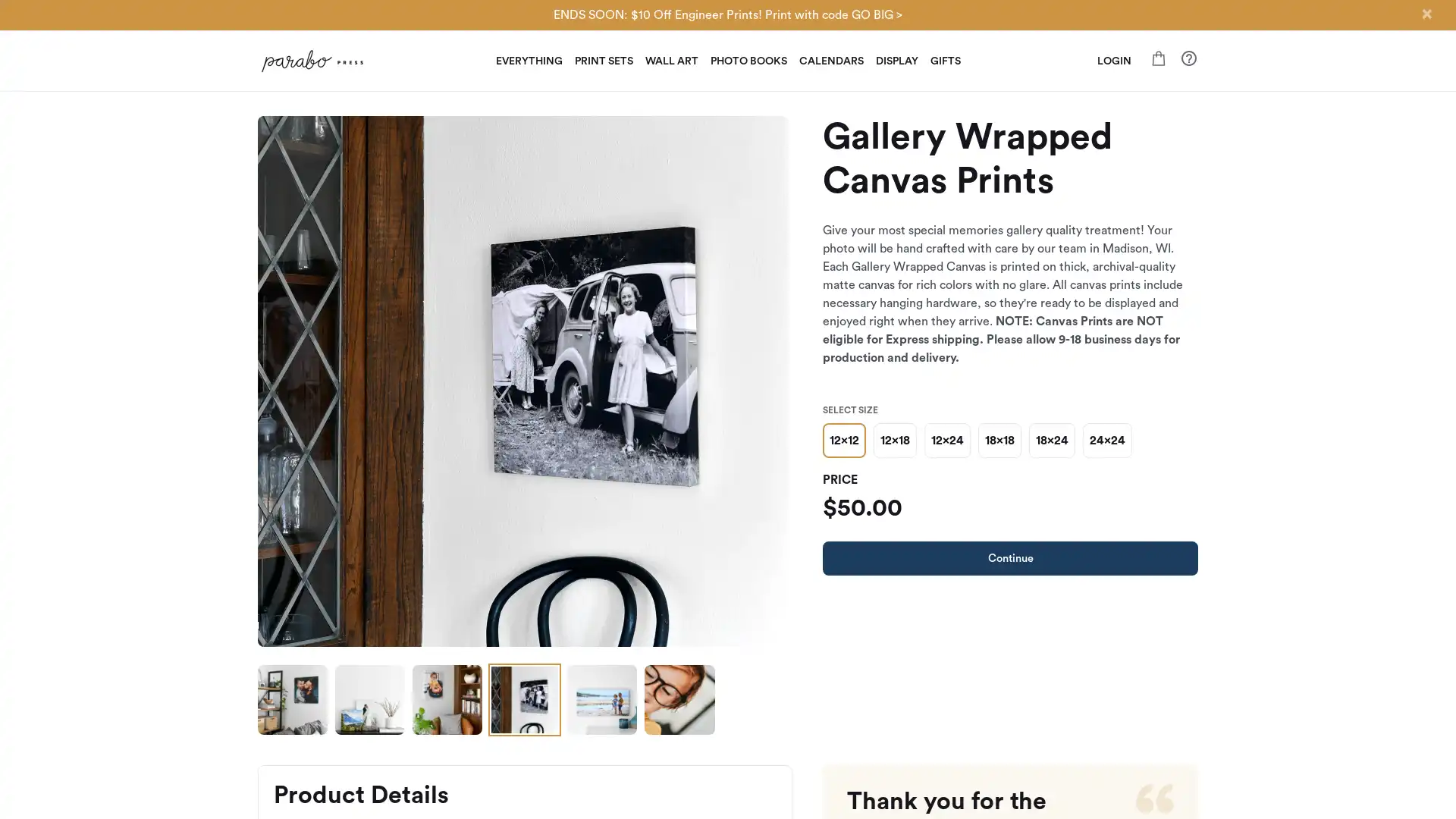 The image size is (1456, 819). What do you see at coordinates (1426, 14) in the screenshot?
I see `Close` at bounding box center [1426, 14].